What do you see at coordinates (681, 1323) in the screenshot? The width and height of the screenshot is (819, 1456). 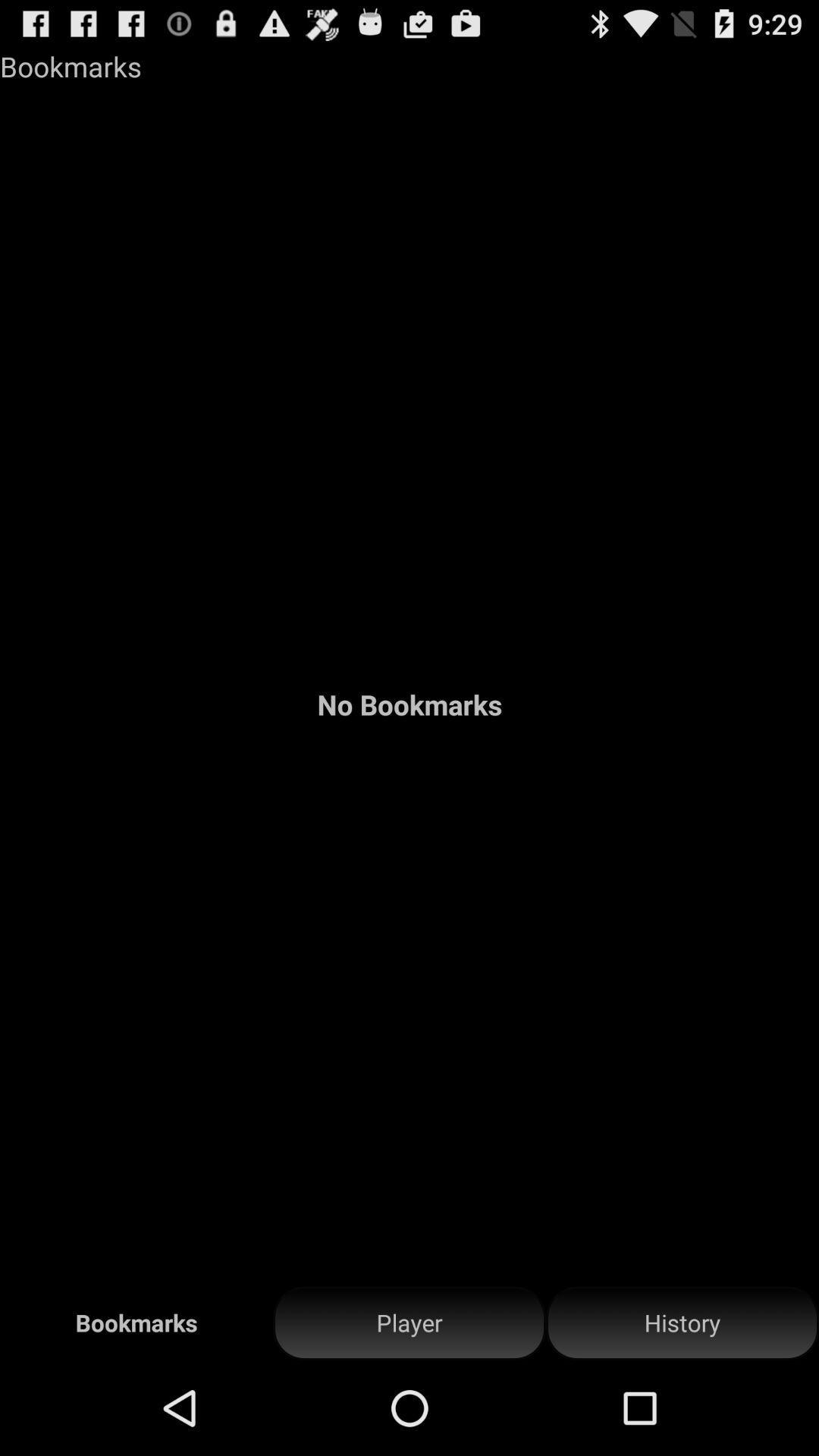 I see `button next to the player` at bounding box center [681, 1323].